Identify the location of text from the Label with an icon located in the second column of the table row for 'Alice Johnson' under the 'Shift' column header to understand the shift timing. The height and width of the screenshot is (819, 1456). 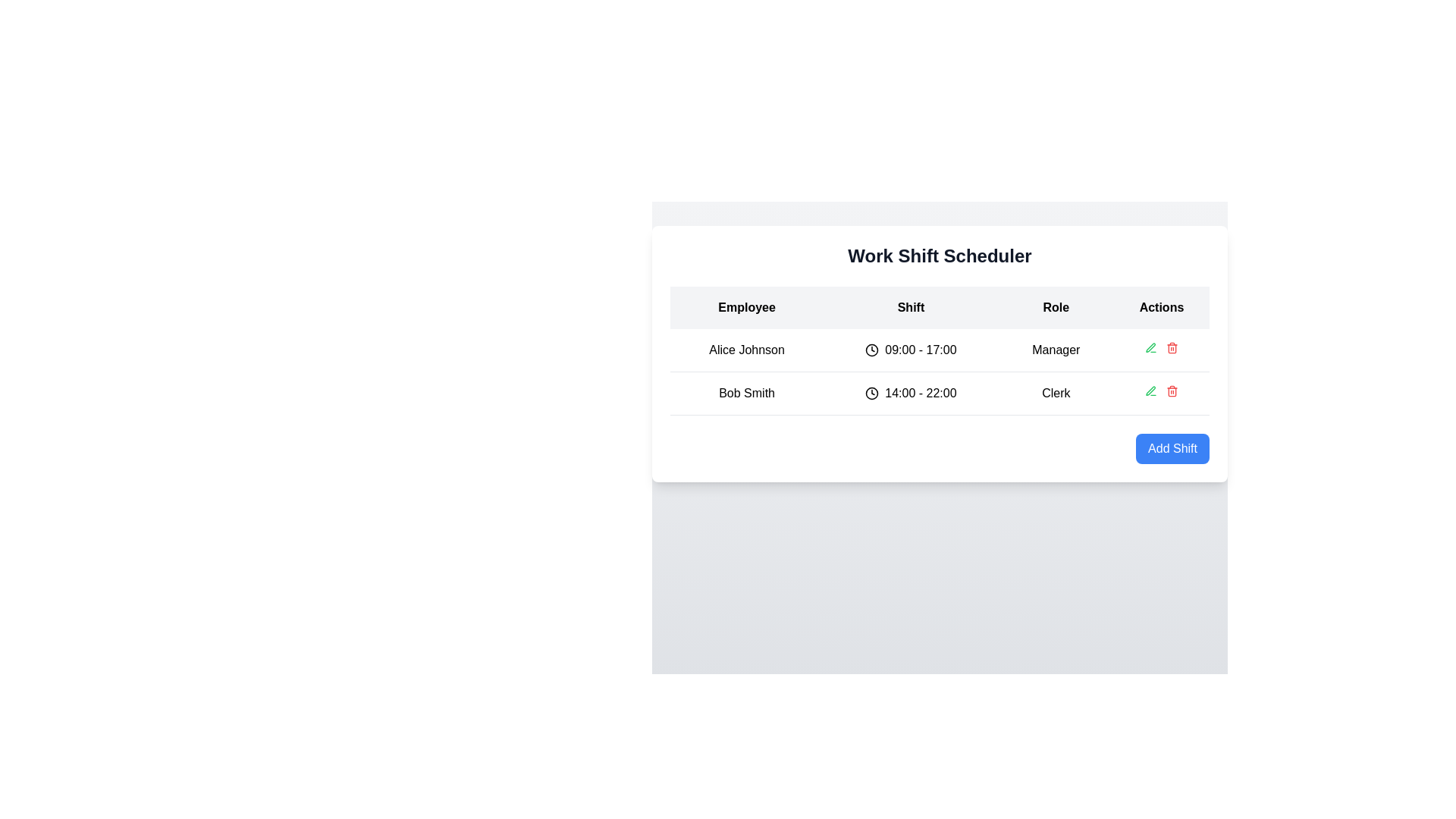
(910, 350).